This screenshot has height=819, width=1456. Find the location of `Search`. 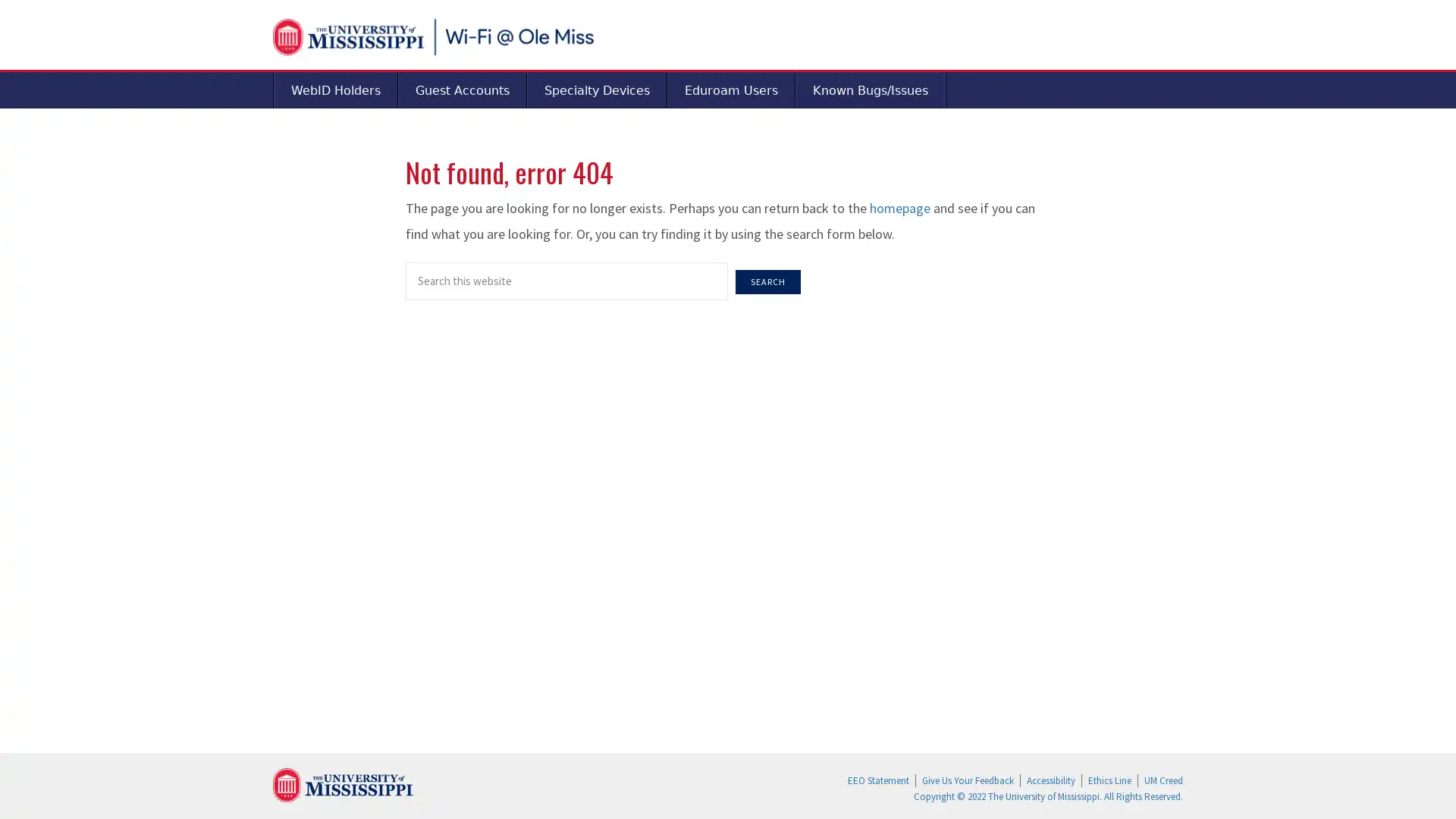

Search is located at coordinates (767, 281).